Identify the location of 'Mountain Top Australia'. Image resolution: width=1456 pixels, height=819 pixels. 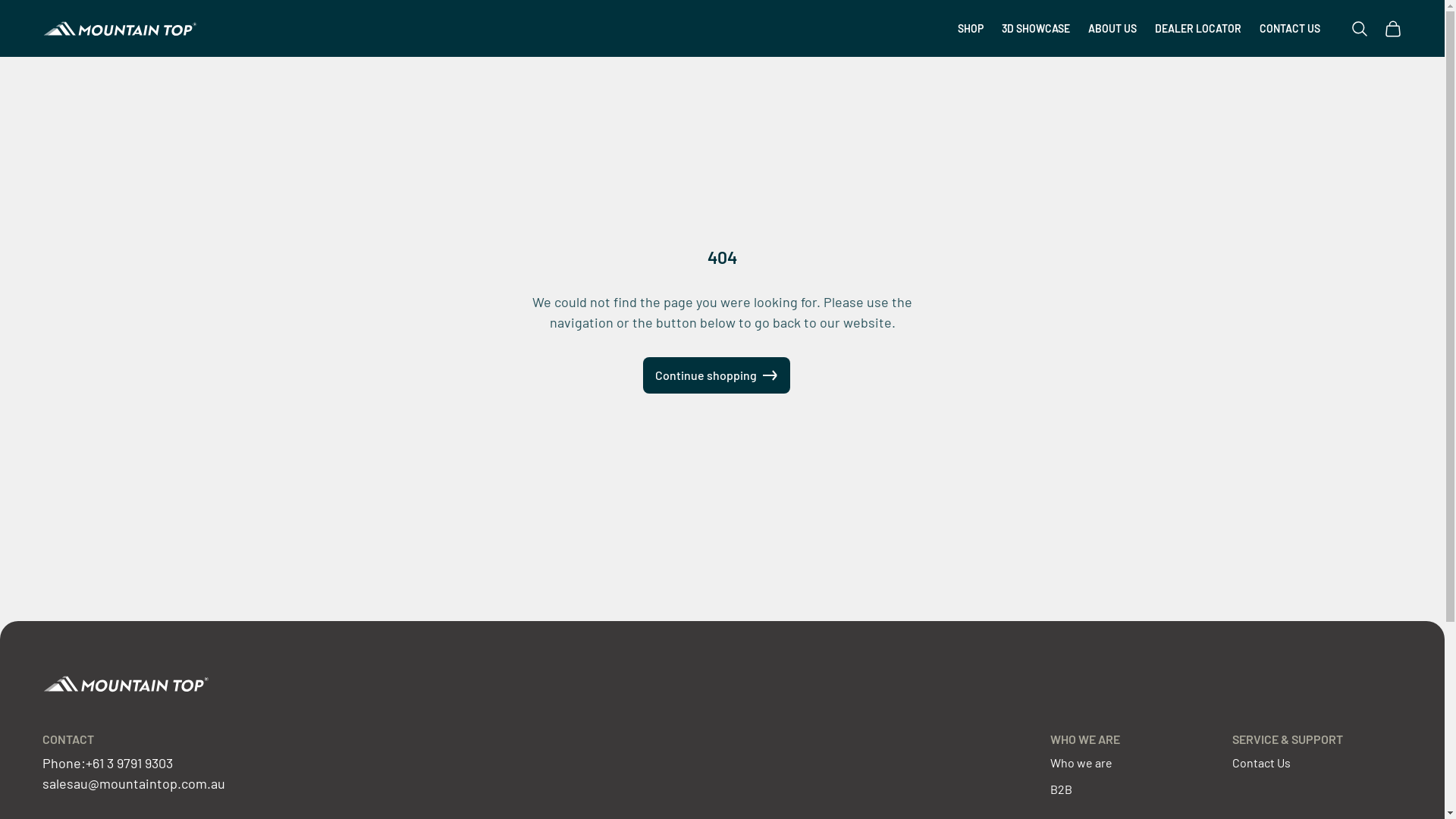
(119, 29).